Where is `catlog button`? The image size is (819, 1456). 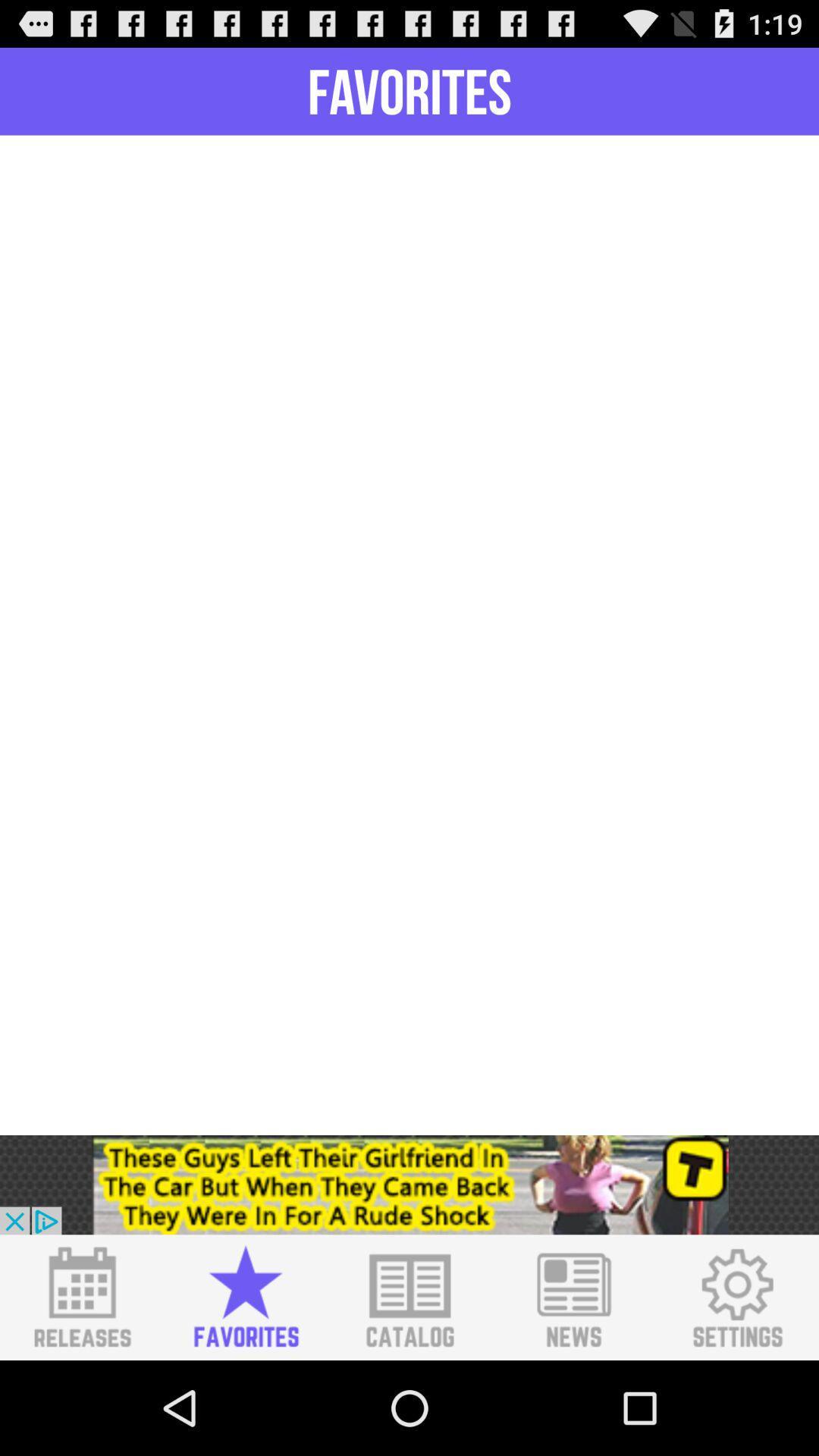
catlog button is located at coordinates (409, 1297).